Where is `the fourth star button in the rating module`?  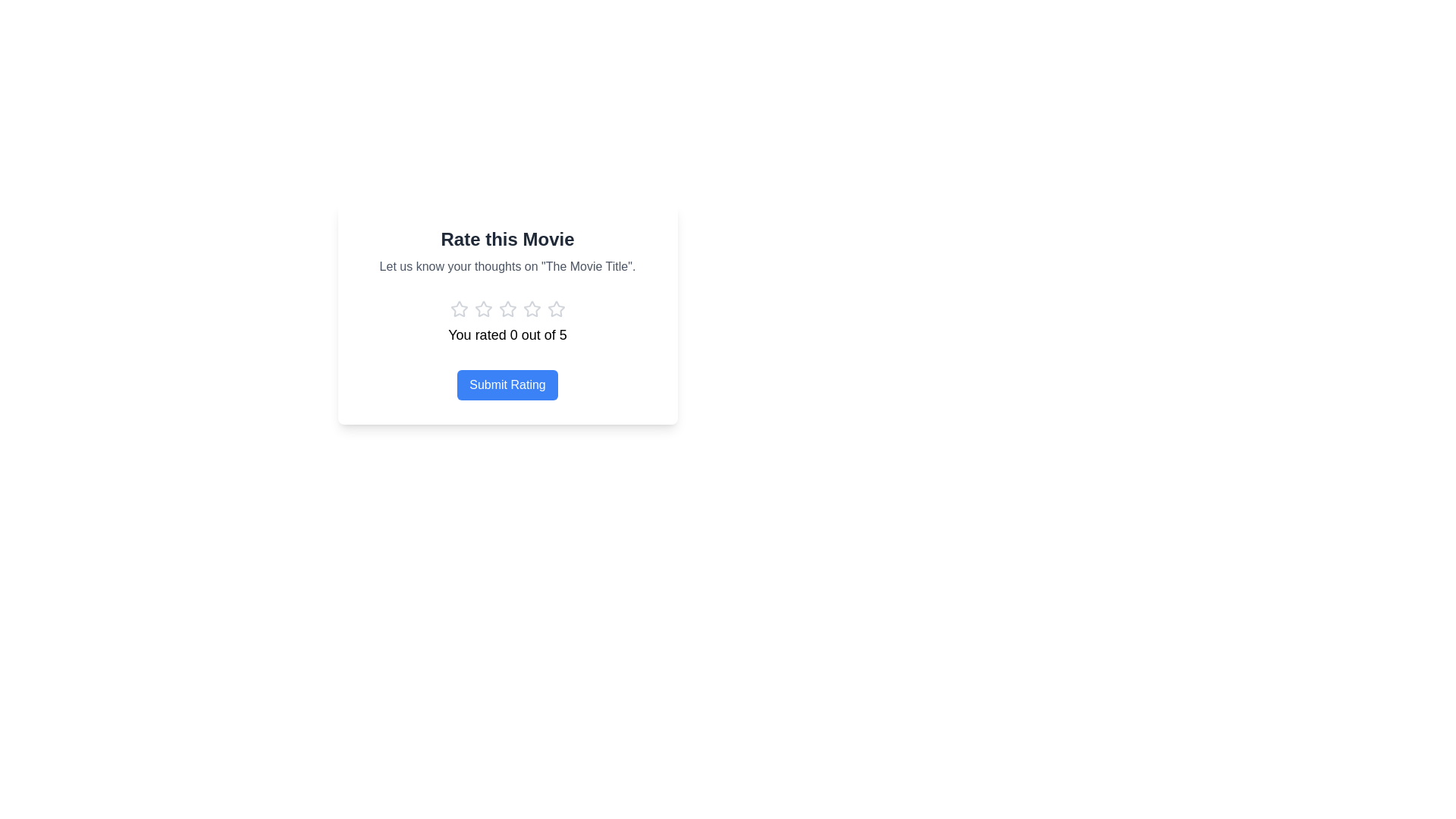
the fourth star button in the rating module is located at coordinates (555, 308).